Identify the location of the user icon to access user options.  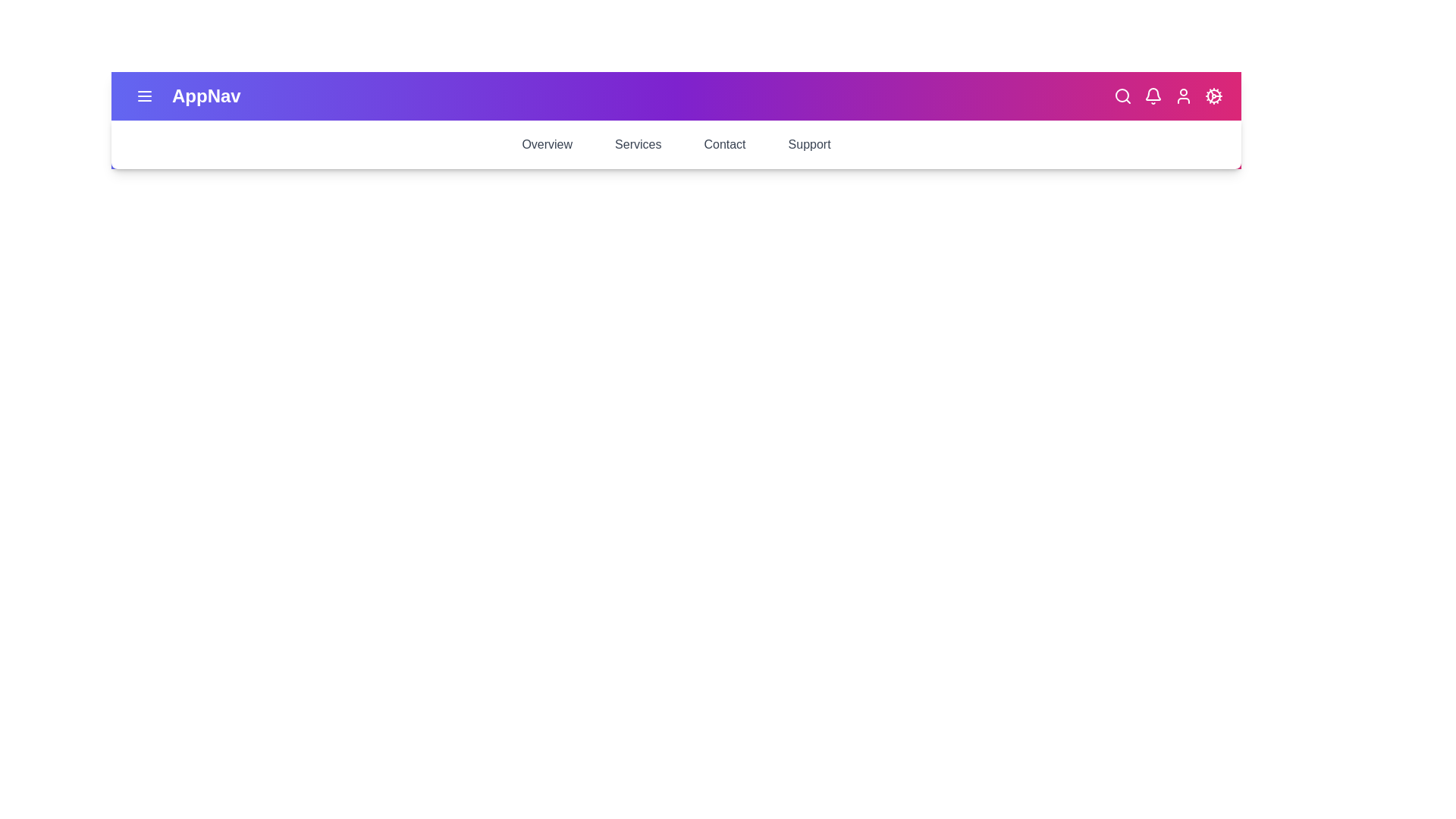
(1182, 96).